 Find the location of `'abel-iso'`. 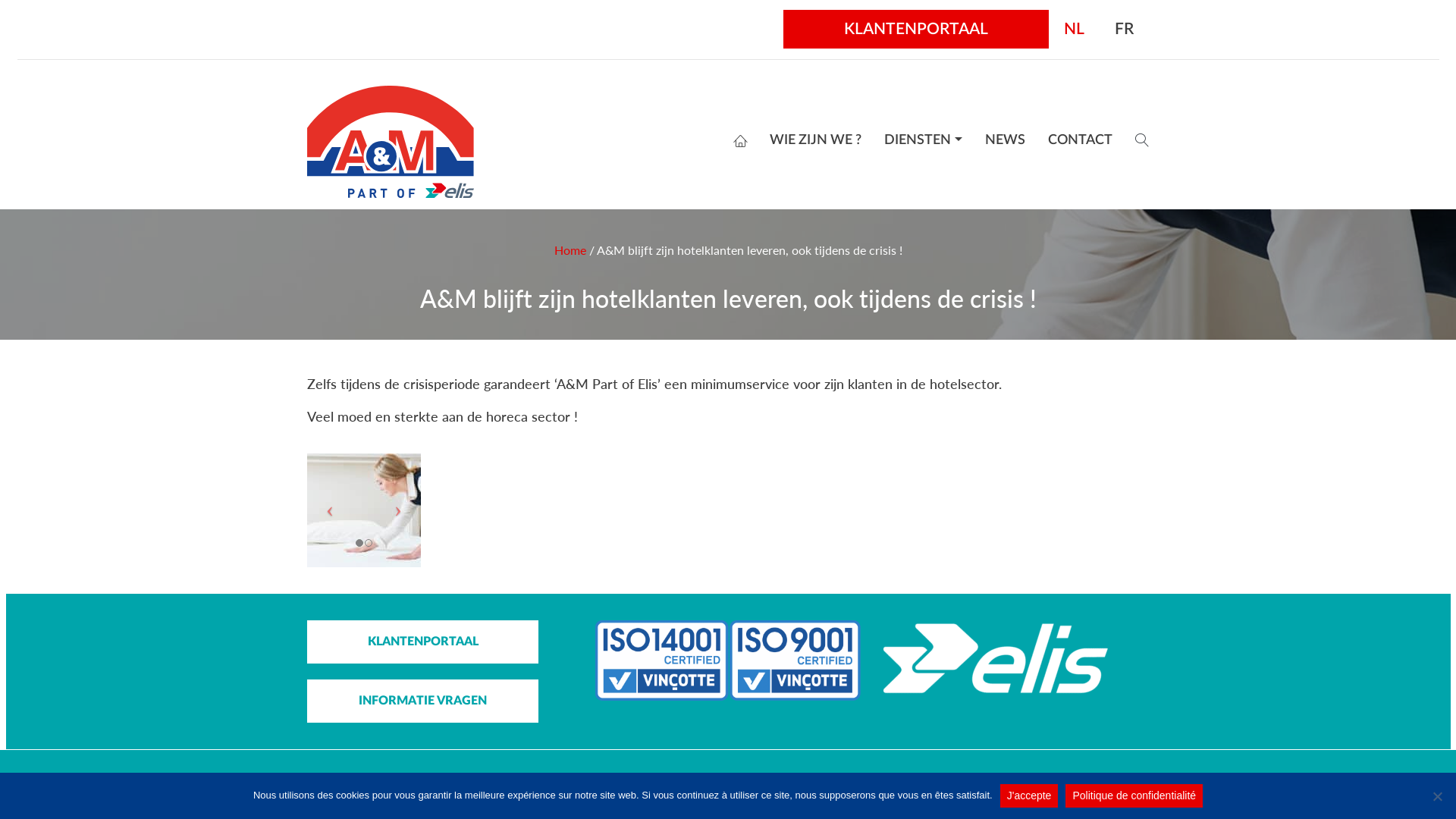

'abel-iso' is located at coordinates (728, 660).